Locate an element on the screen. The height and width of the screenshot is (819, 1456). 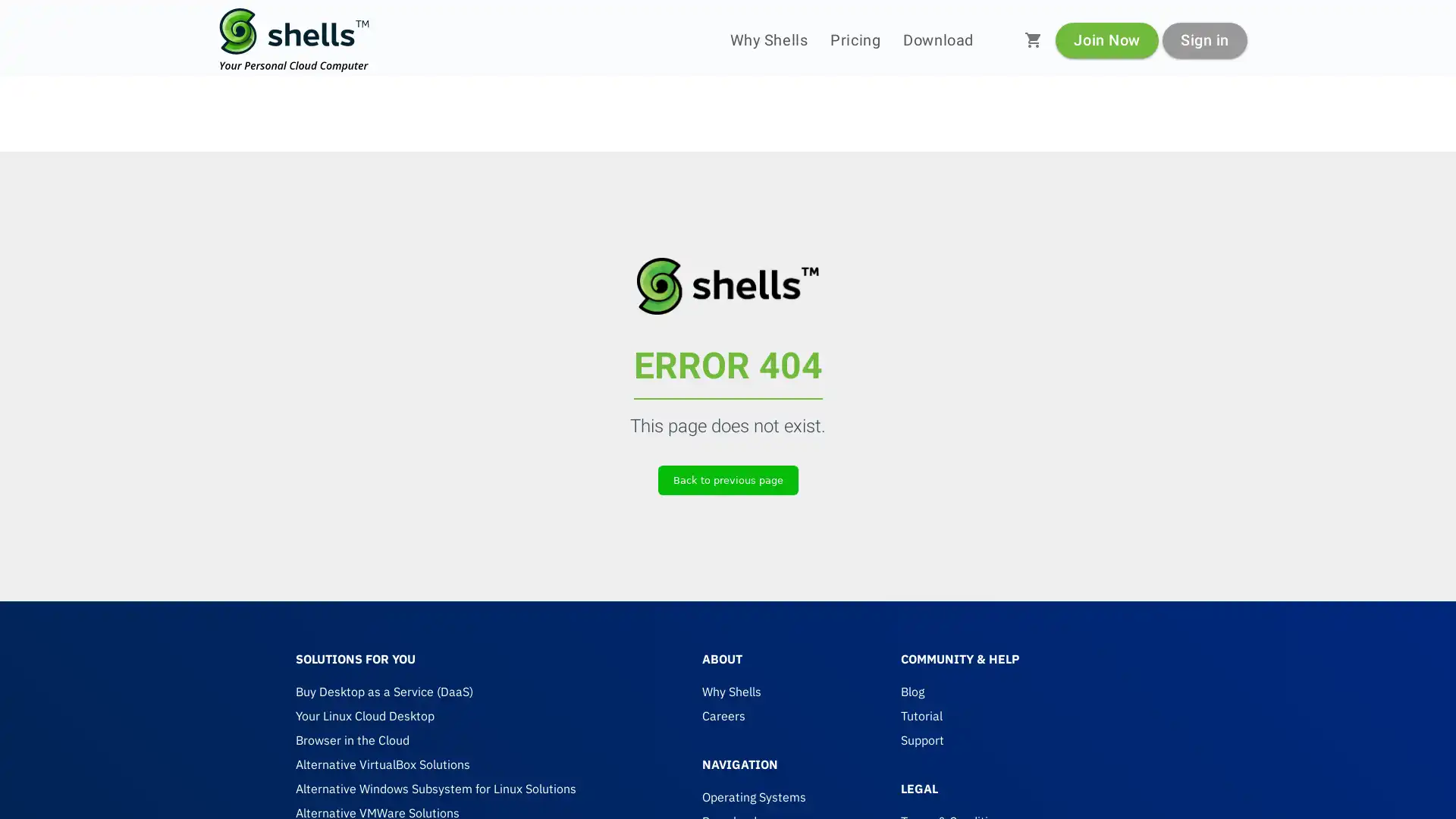
Pricing is located at coordinates (855, 39).